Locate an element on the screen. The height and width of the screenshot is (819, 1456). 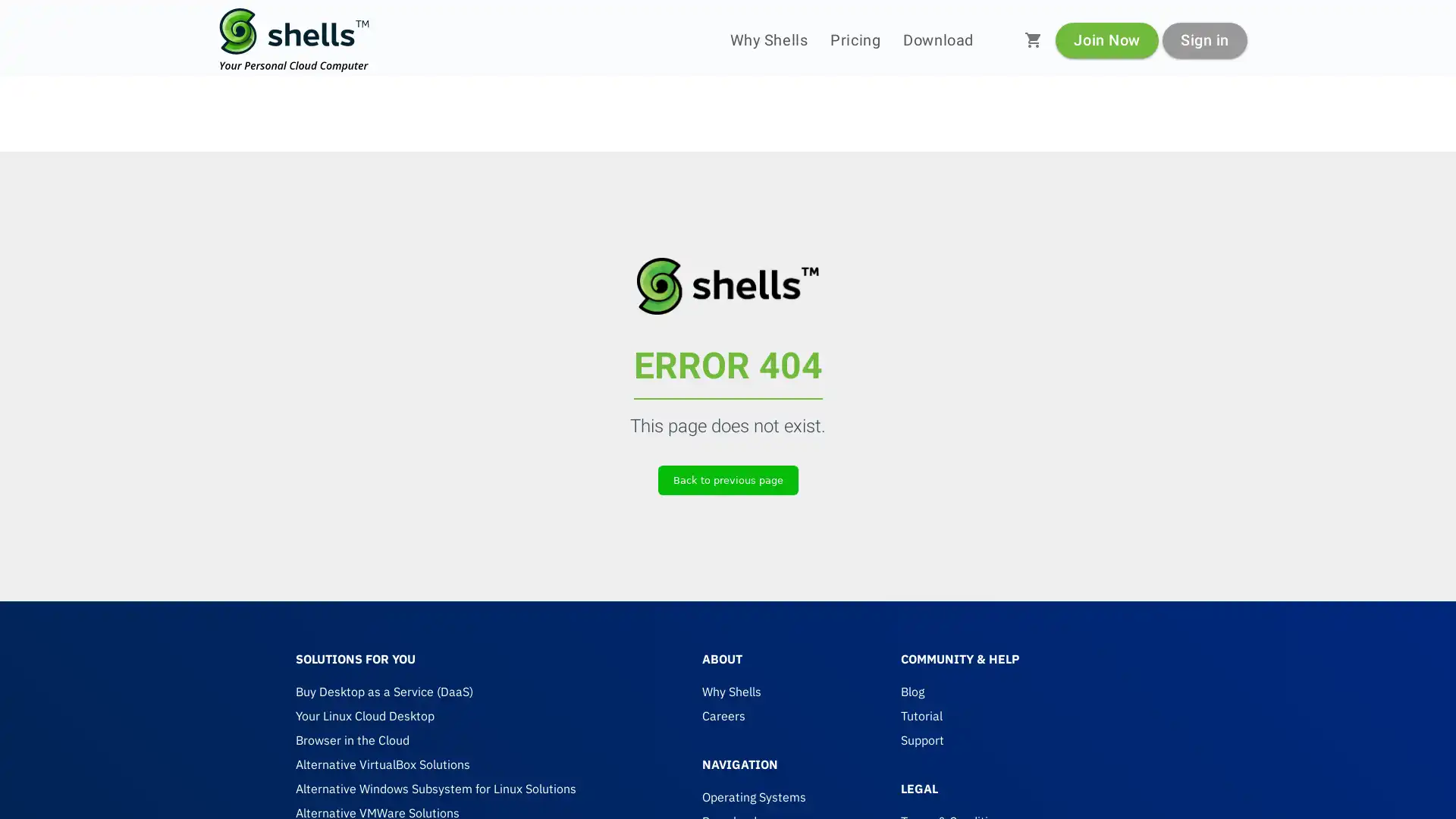
Pricing is located at coordinates (855, 39).